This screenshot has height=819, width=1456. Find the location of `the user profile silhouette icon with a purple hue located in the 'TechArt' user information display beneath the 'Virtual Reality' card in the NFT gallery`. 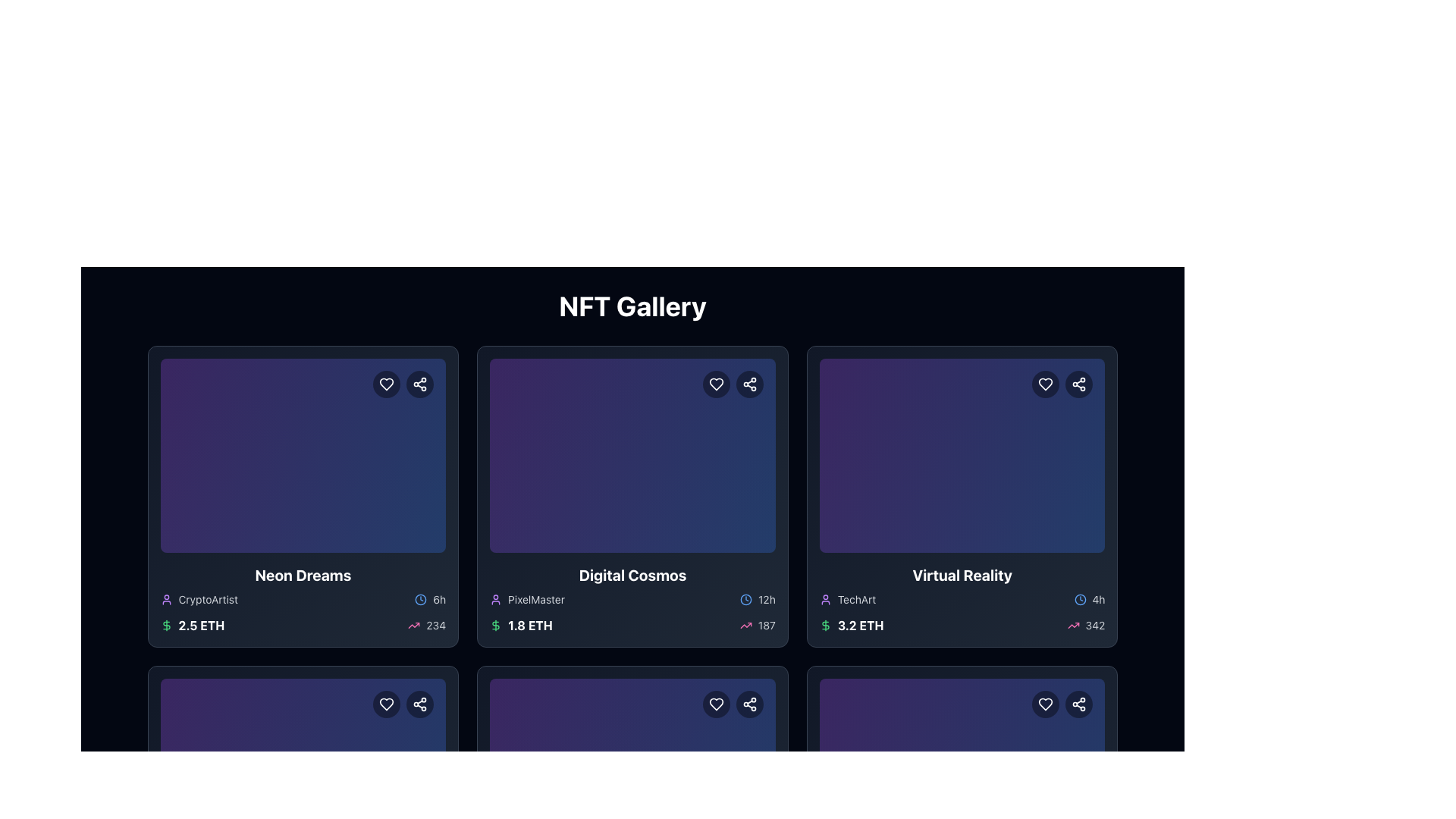

the user profile silhouette icon with a purple hue located in the 'TechArt' user information display beneath the 'Virtual Reality' card in the NFT gallery is located at coordinates (824, 598).